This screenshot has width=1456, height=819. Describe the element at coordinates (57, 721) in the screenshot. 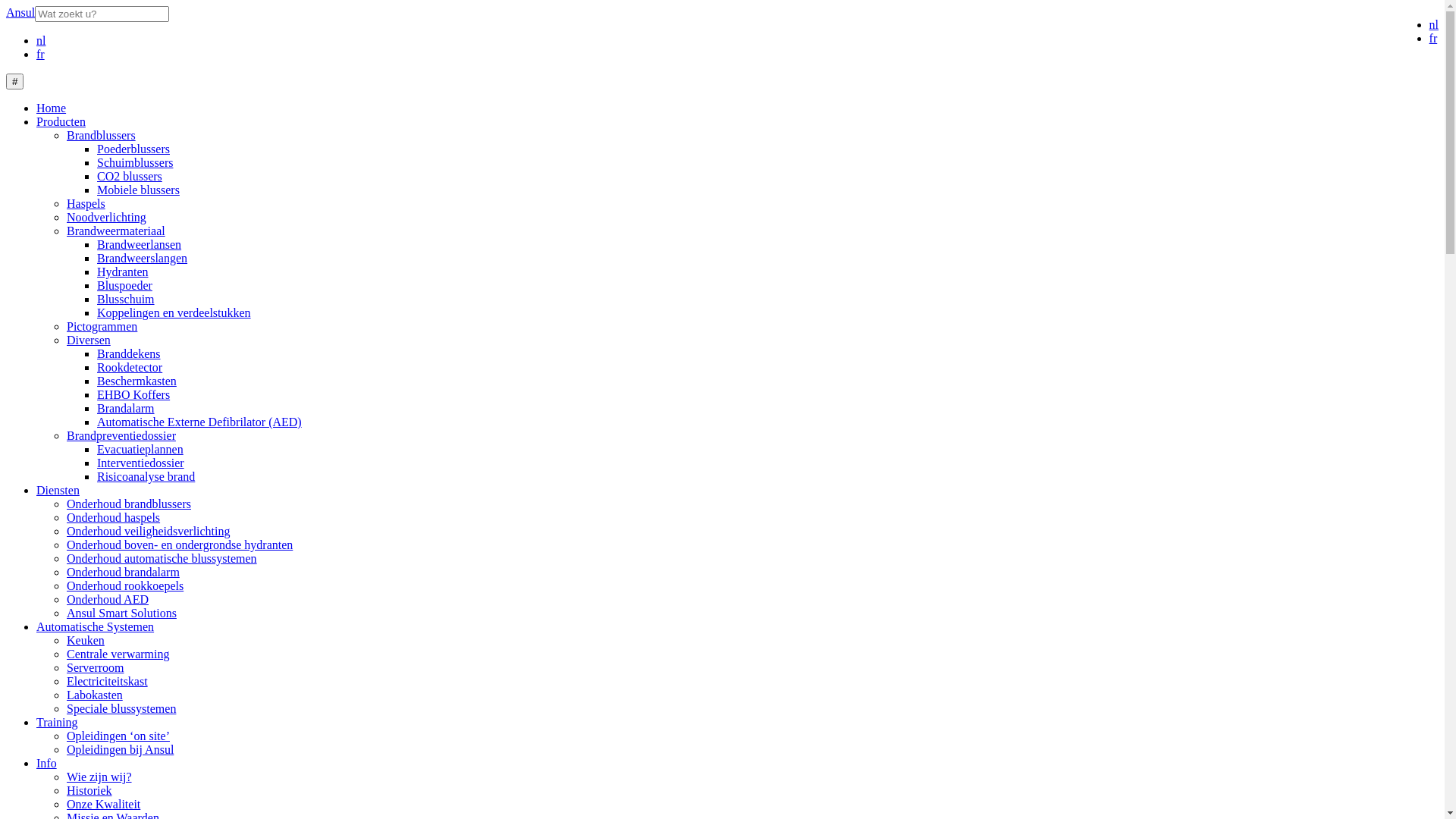

I see `'Training'` at that location.